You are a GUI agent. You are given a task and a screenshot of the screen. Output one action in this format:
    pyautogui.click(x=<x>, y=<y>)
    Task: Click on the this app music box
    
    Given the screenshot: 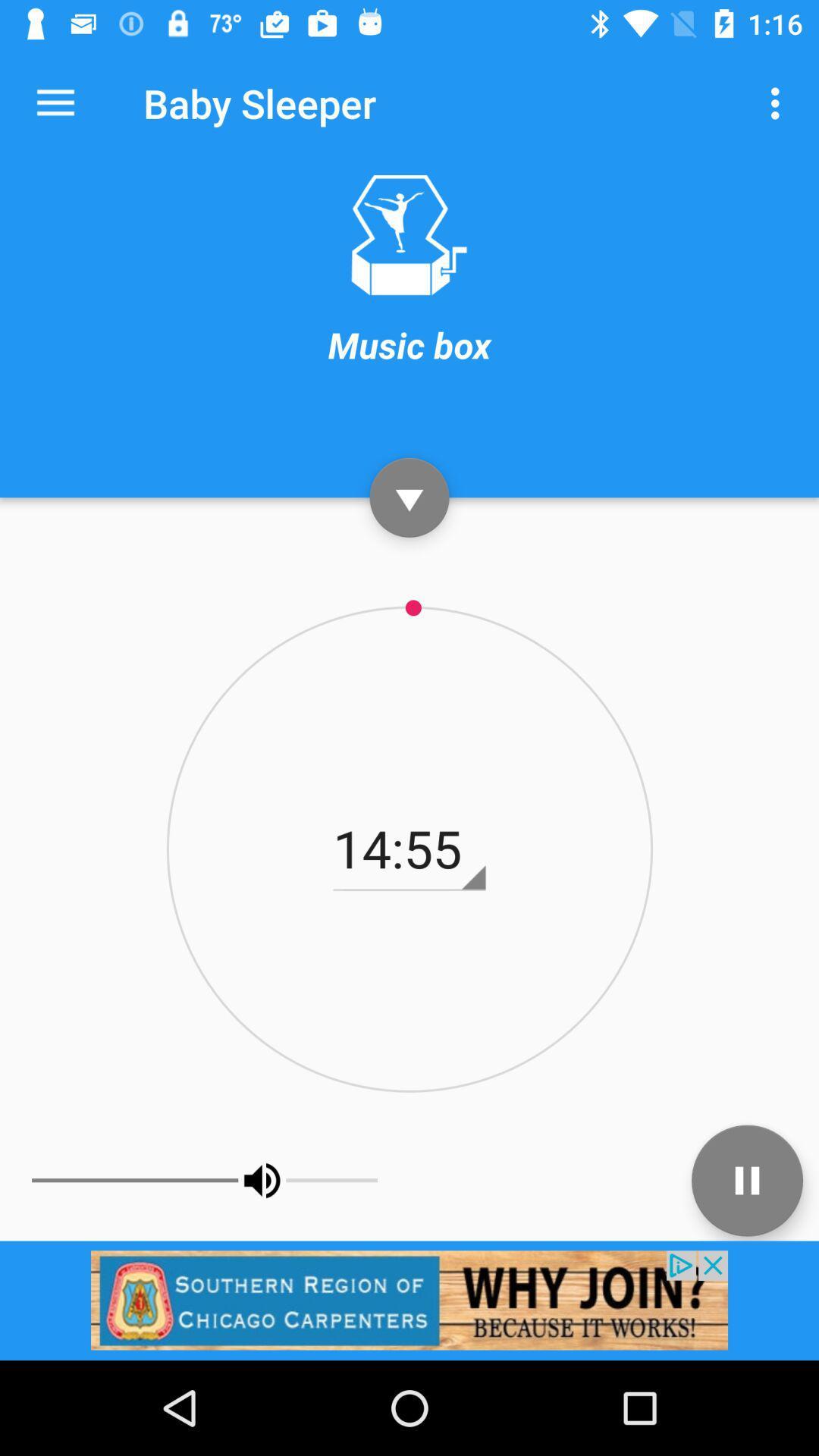 What is the action you would take?
    pyautogui.click(x=408, y=234)
    